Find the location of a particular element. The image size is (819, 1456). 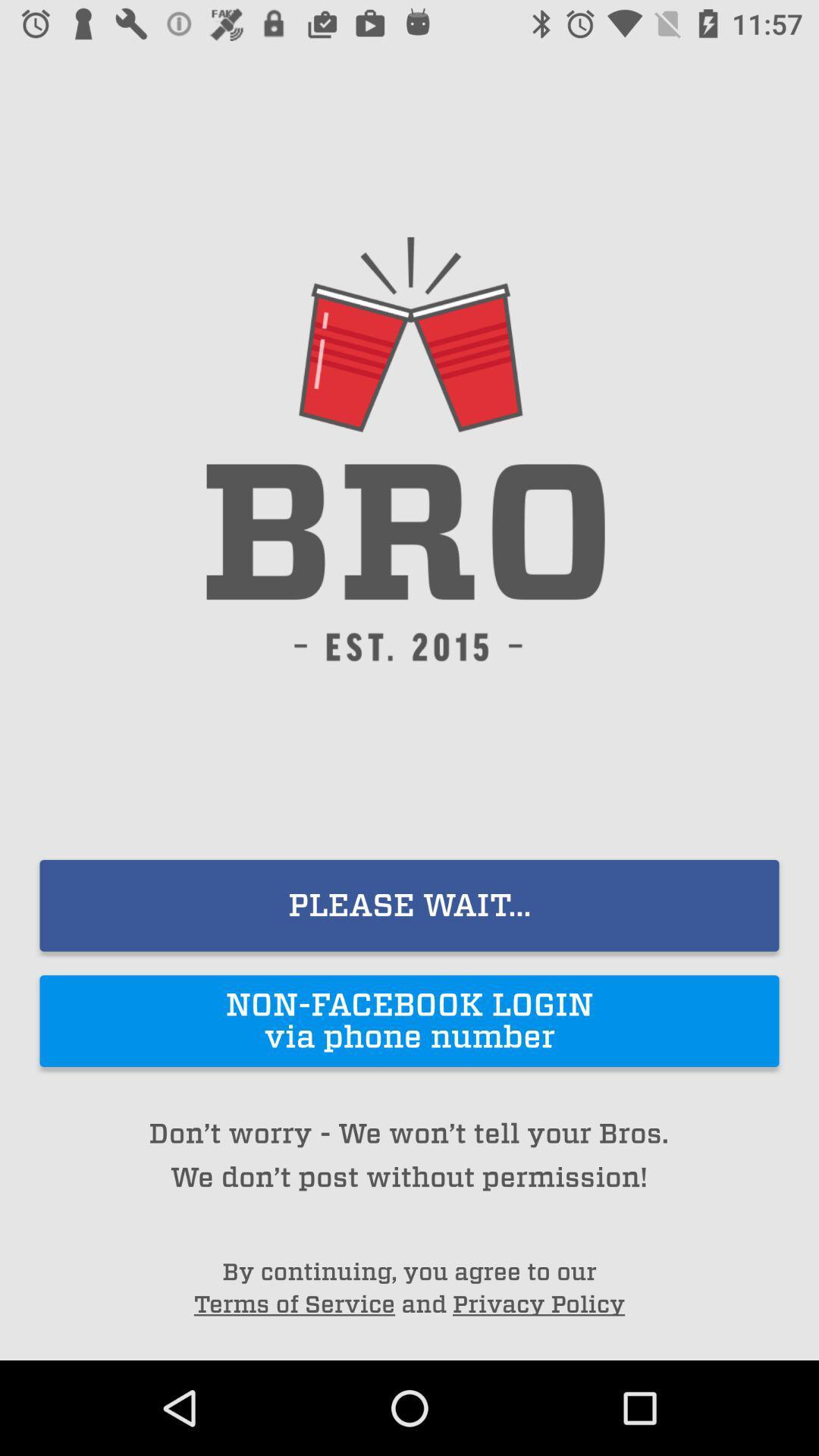

the icon next to the  and is located at coordinates (294, 1304).